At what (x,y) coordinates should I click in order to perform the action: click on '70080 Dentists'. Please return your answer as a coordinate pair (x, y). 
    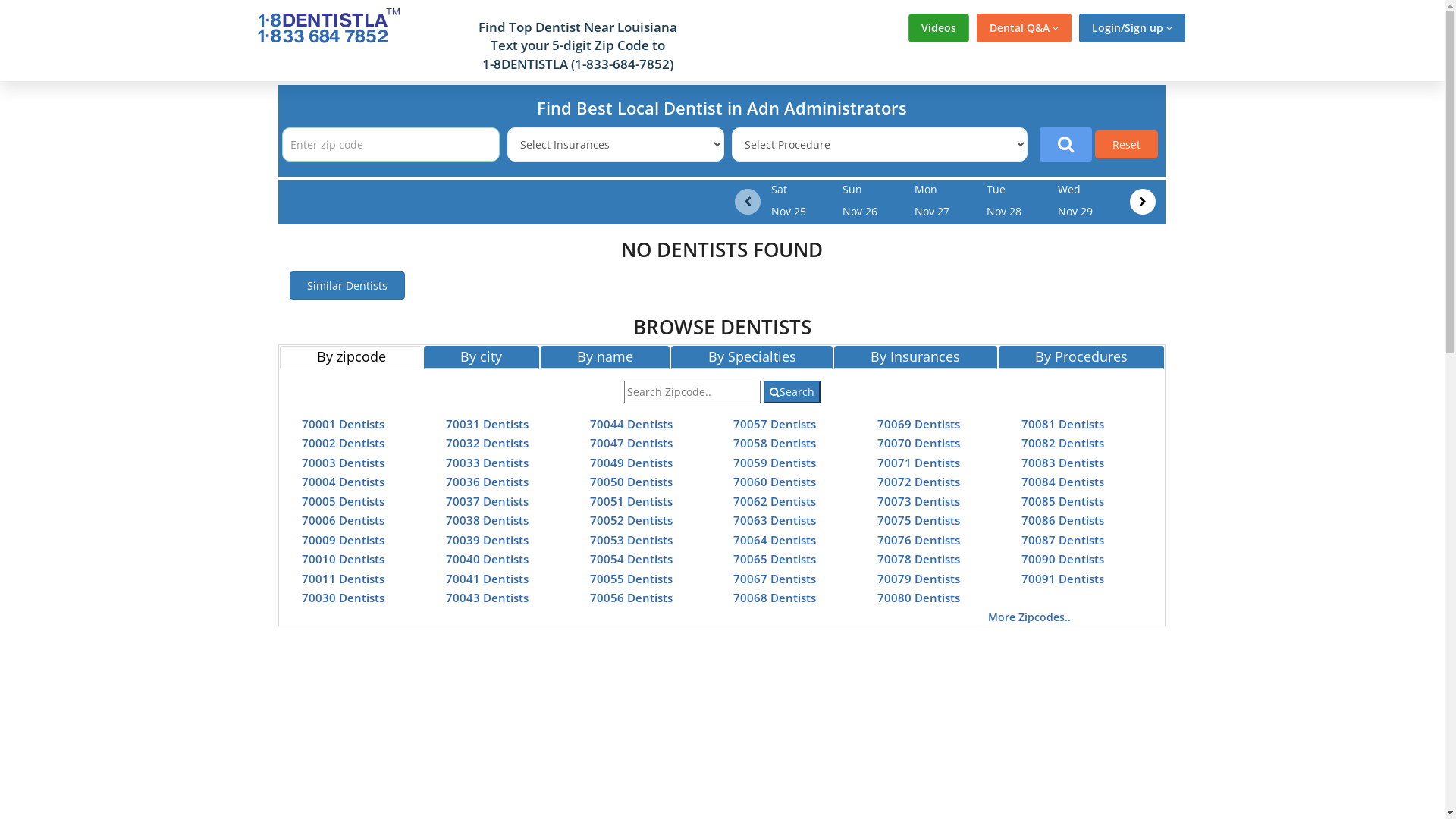
    Looking at the image, I should click on (918, 596).